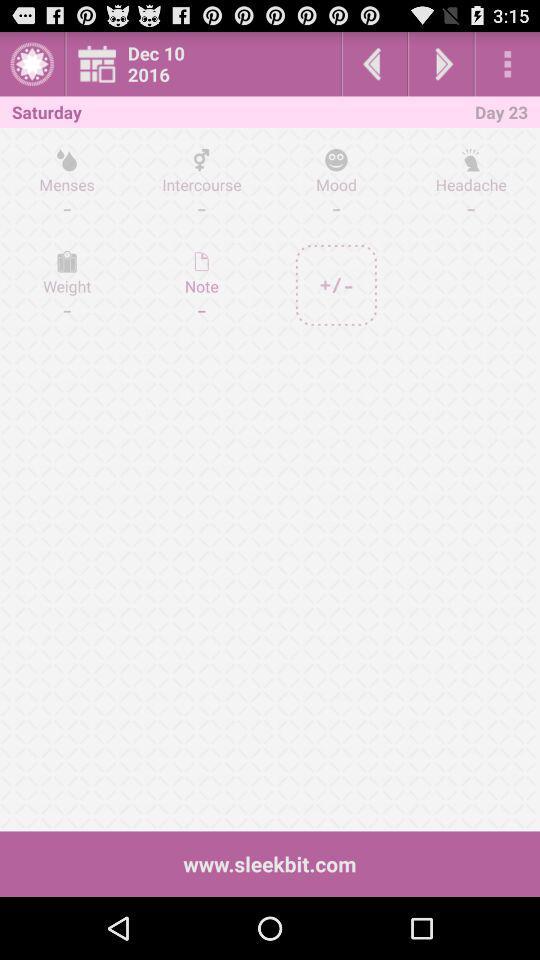 The width and height of the screenshot is (540, 960). Describe the element at coordinates (374, 63) in the screenshot. I see `go back` at that location.